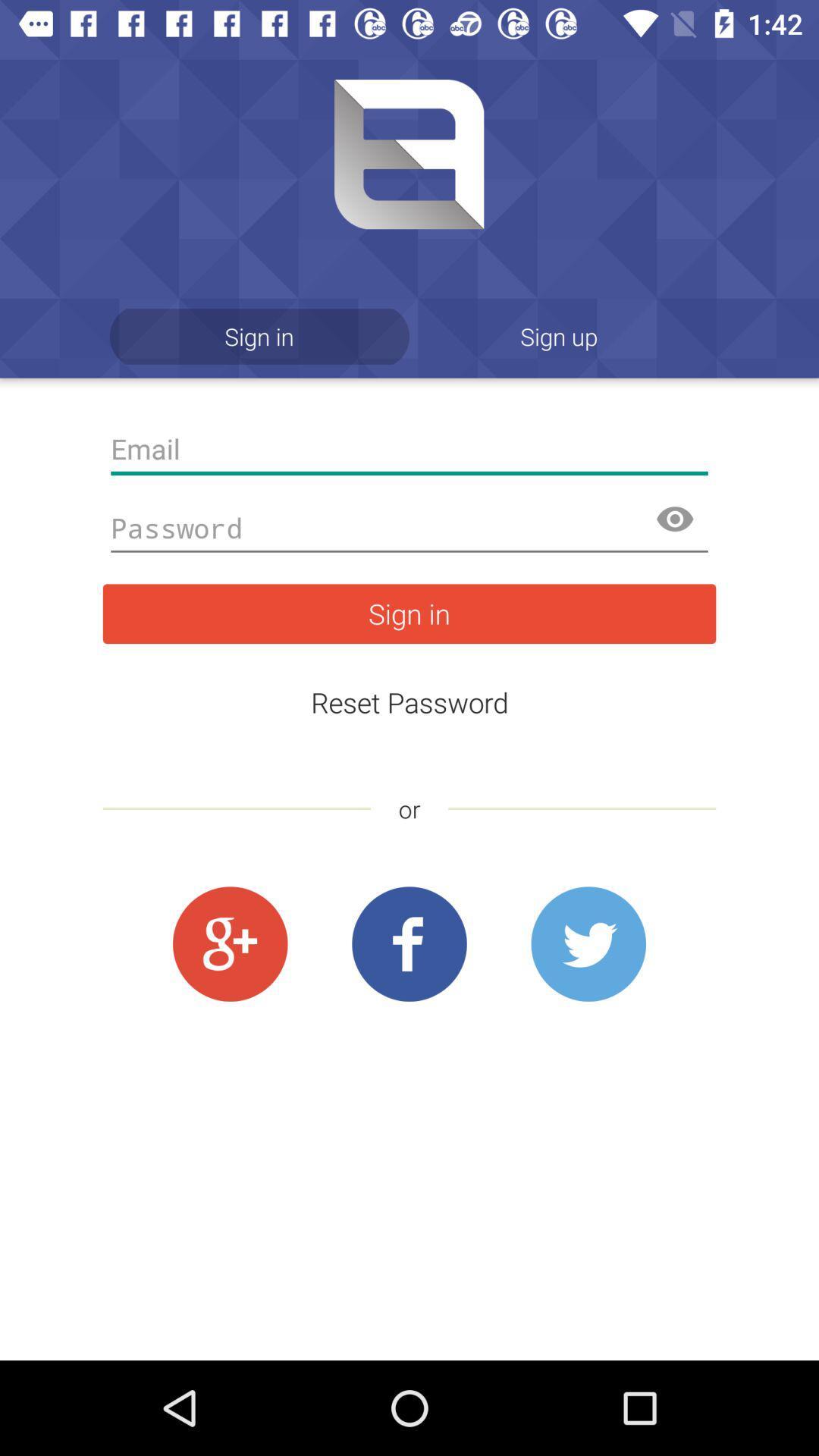 Image resolution: width=819 pixels, height=1456 pixels. Describe the element at coordinates (409, 701) in the screenshot. I see `reset password below sign in button` at that location.